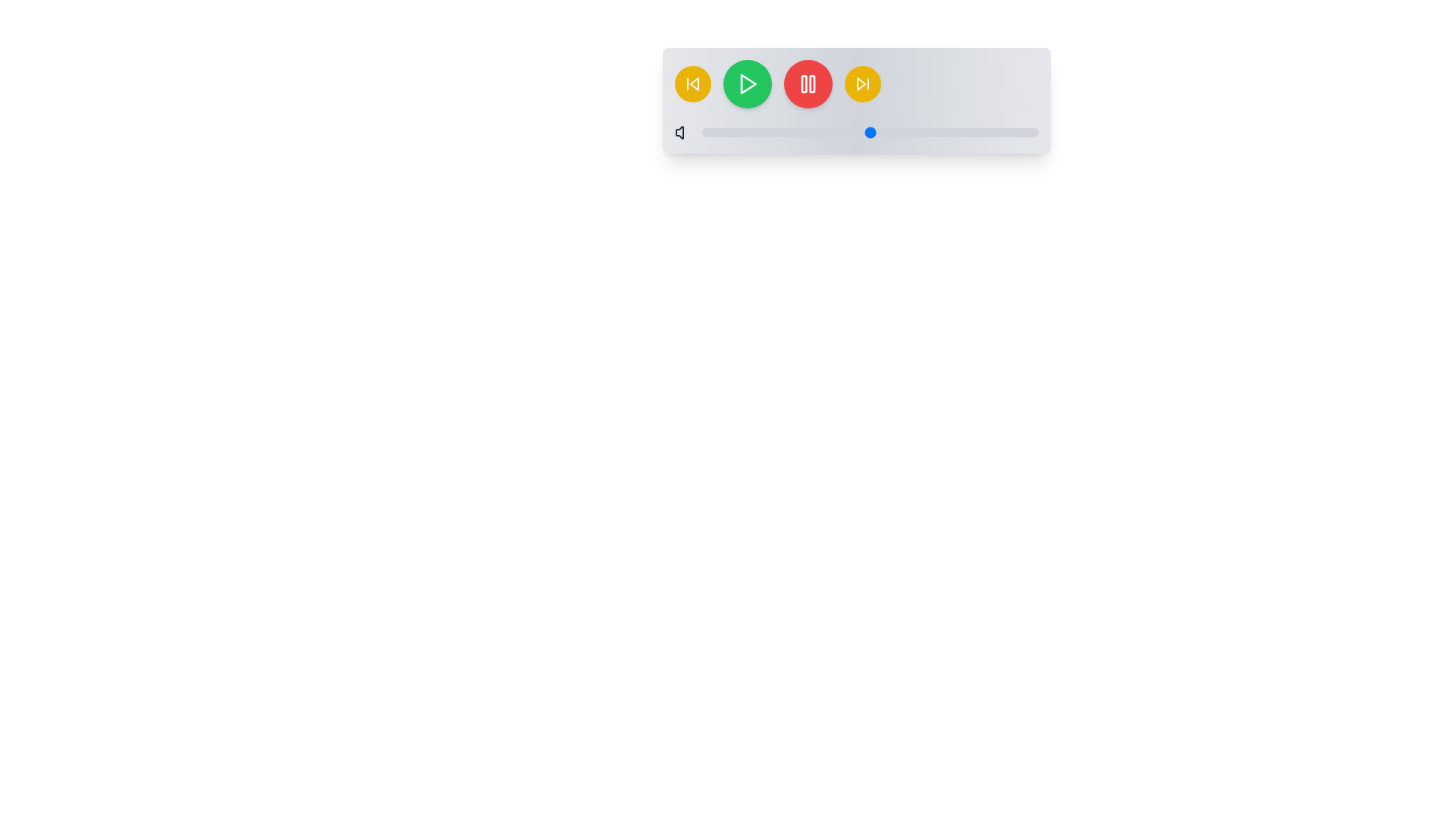 The height and width of the screenshot is (819, 1456). What do you see at coordinates (748, 84) in the screenshot?
I see `the play button, which is the second button from the left in a horizontal row of buttons in the control interface` at bounding box center [748, 84].